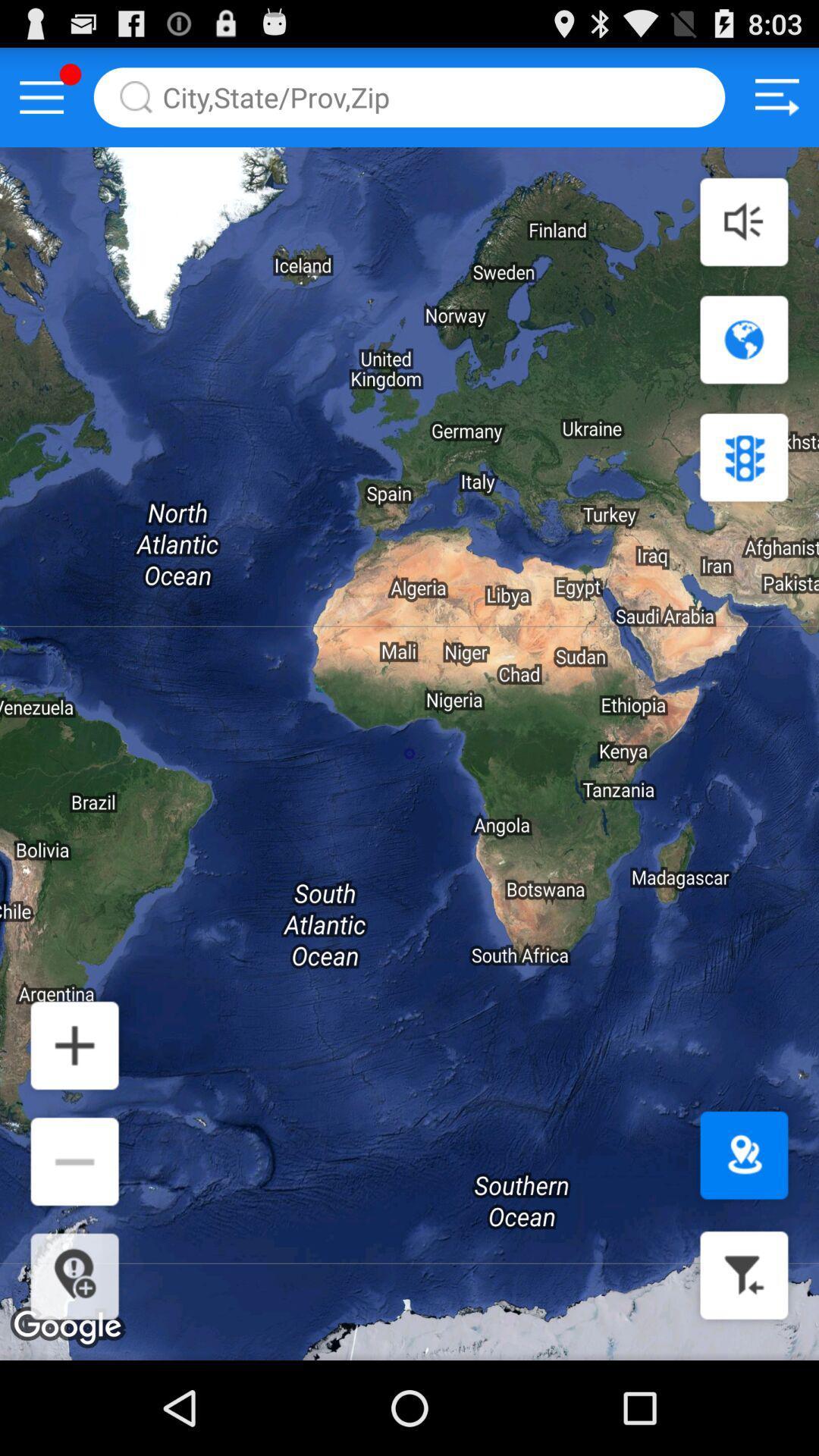 The image size is (819, 1456). I want to click on open menu, so click(41, 96).